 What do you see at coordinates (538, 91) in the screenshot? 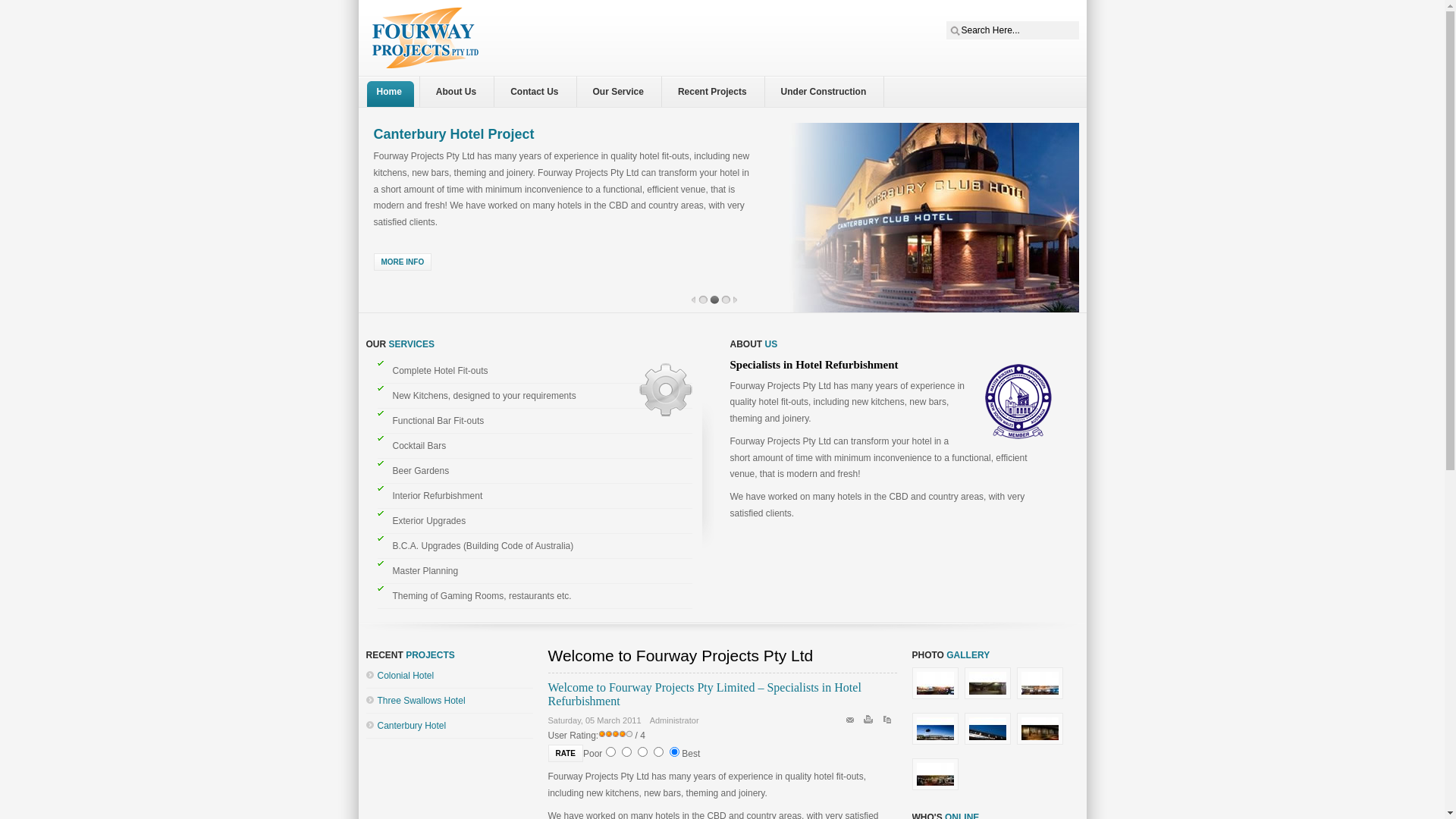
I see `'Contact Us'` at bounding box center [538, 91].